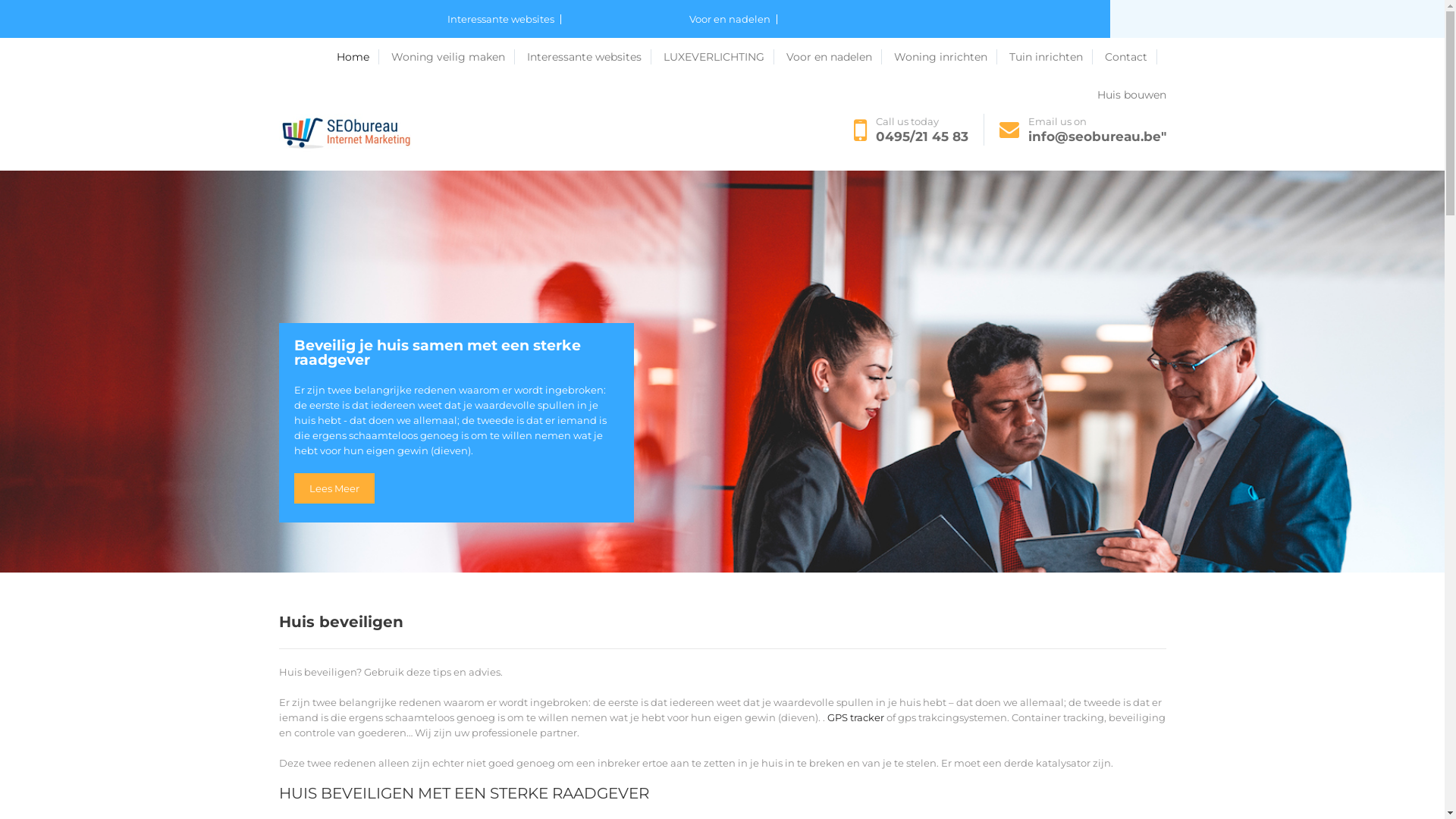 This screenshot has height=819, width=1456. I want to click on 'Huis bouwen', so click(1096, 94).